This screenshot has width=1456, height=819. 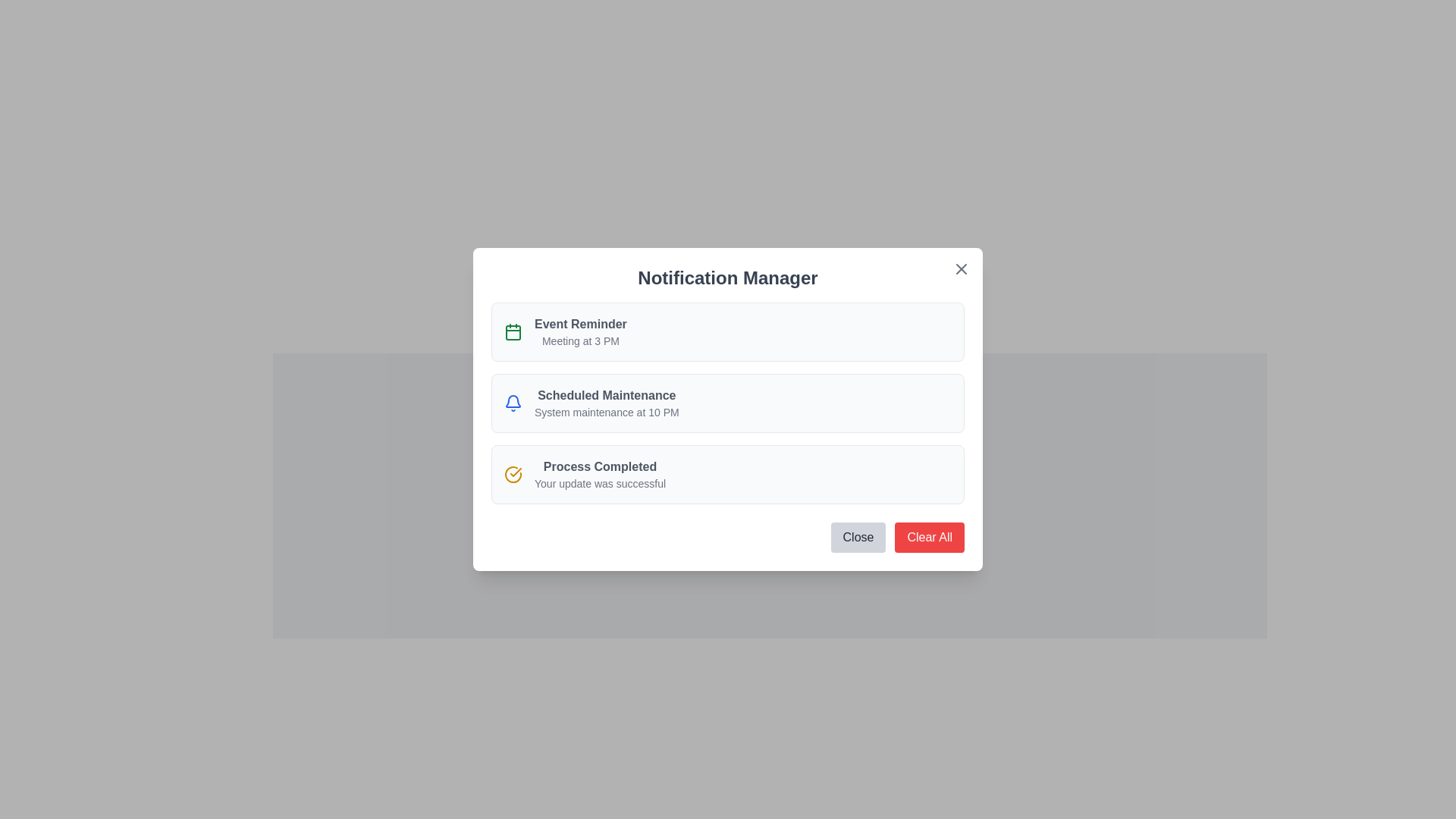 What do you see at coordinates (579, 341) in the screenshot?
I see `the text label displaying 'Meeting at 3 PM' which is styled in a smaller, lighter gray font and positioned below the bold 'Event Reminder' text in the Notification Manager modal` at bounding box center [579, 341].